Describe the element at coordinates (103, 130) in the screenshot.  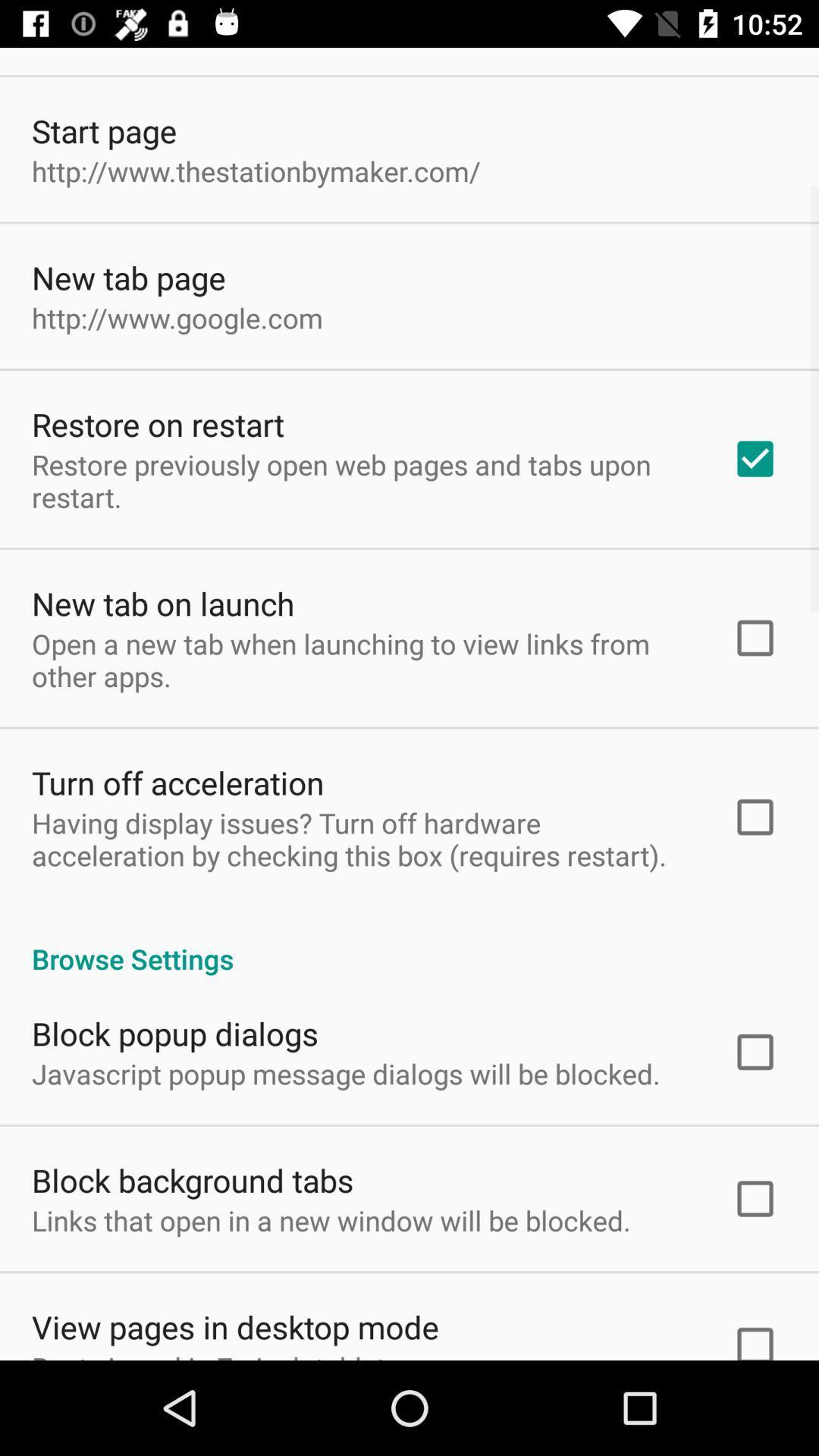
I see `the app above the http www thestationbymaker` at that location.